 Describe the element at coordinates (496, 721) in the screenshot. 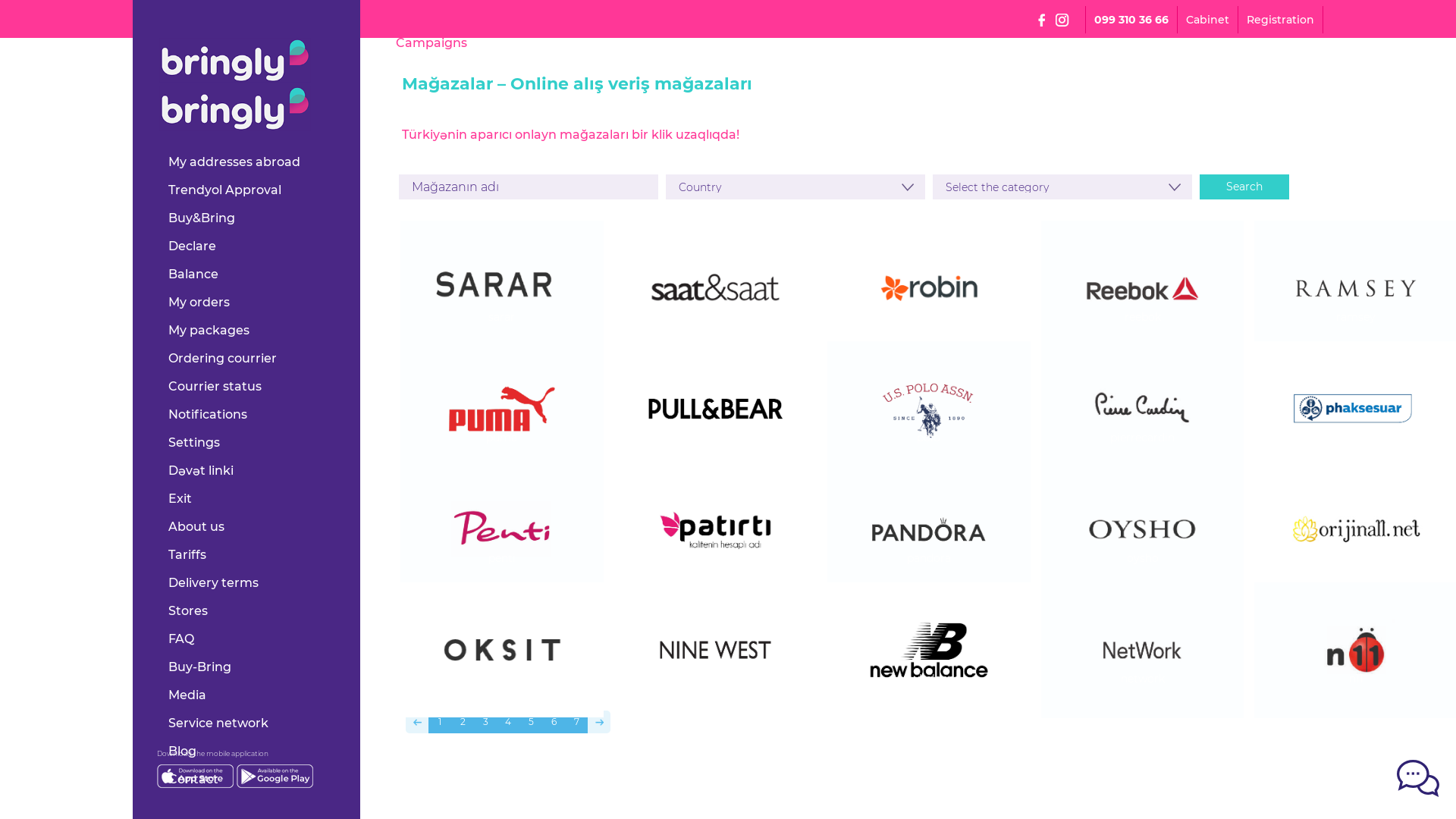

I see `'4'` at that location.